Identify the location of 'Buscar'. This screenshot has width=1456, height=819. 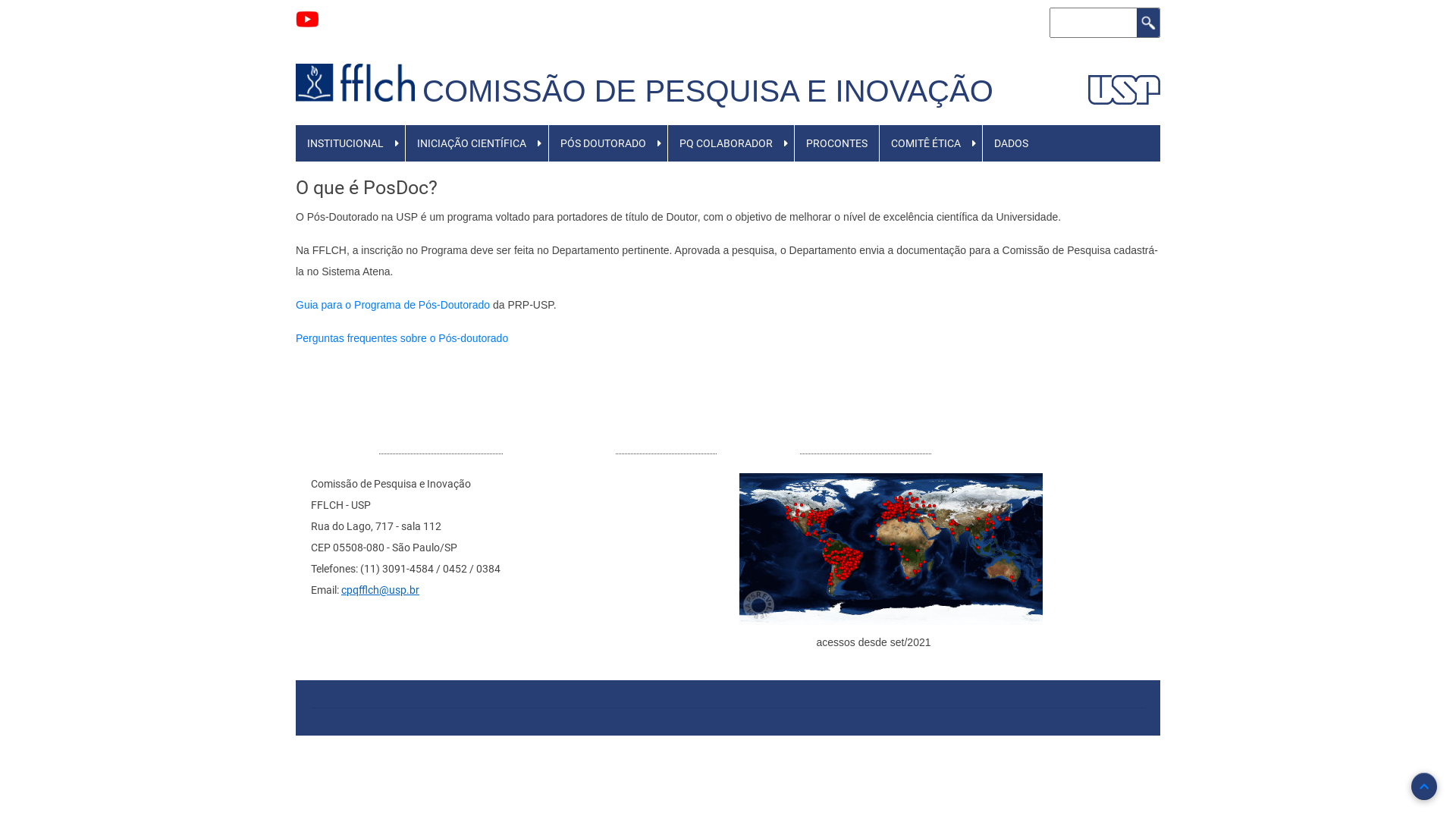
(1147, 23).